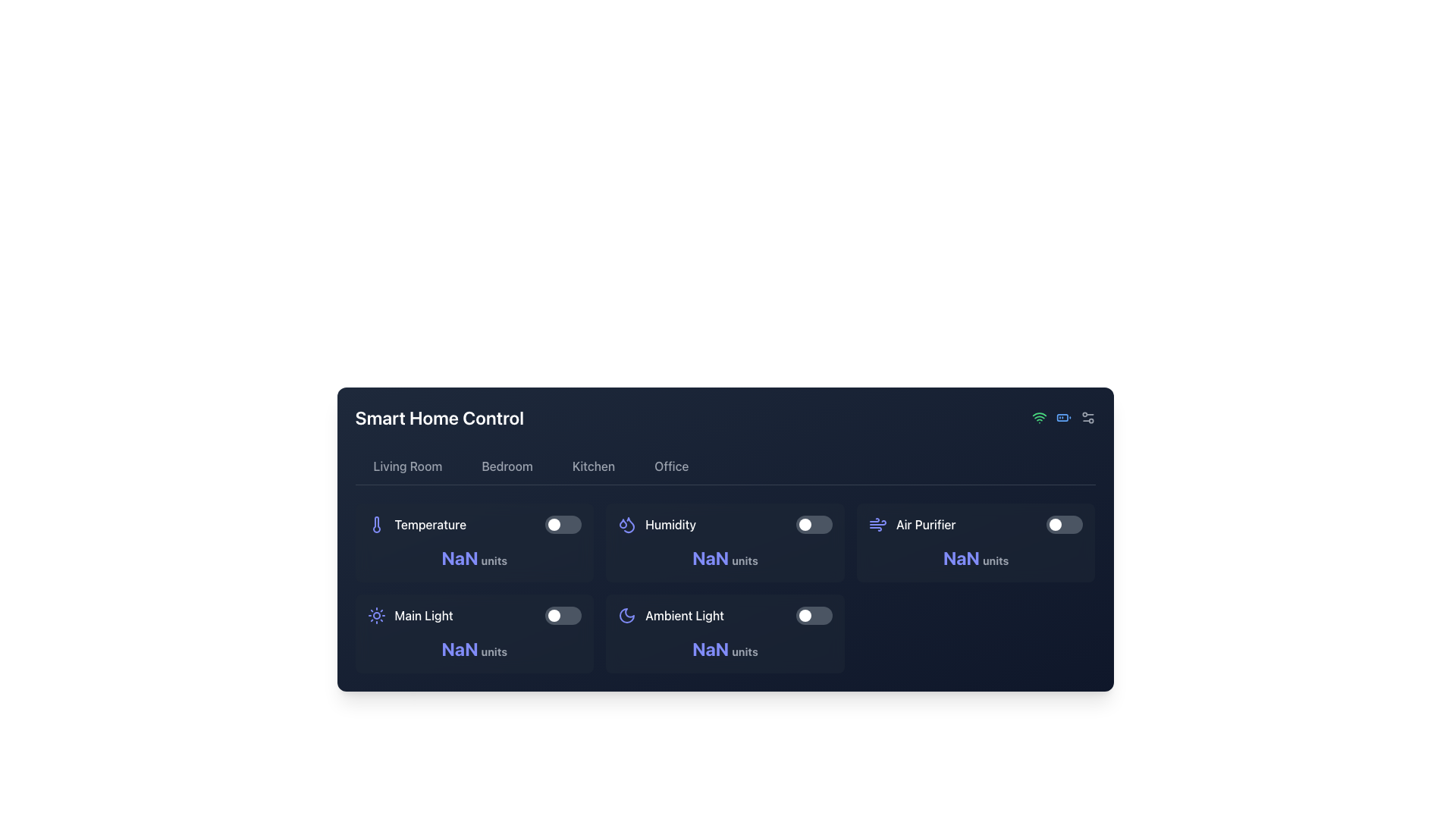 Image resolution: width=1456 pixels, height=819 pixels. I want to click on the Static text label that serves as a unit descriptor for the 'NaN' value displayed in the Temperature section of the Smart Home Control panel, so click(494, 560).